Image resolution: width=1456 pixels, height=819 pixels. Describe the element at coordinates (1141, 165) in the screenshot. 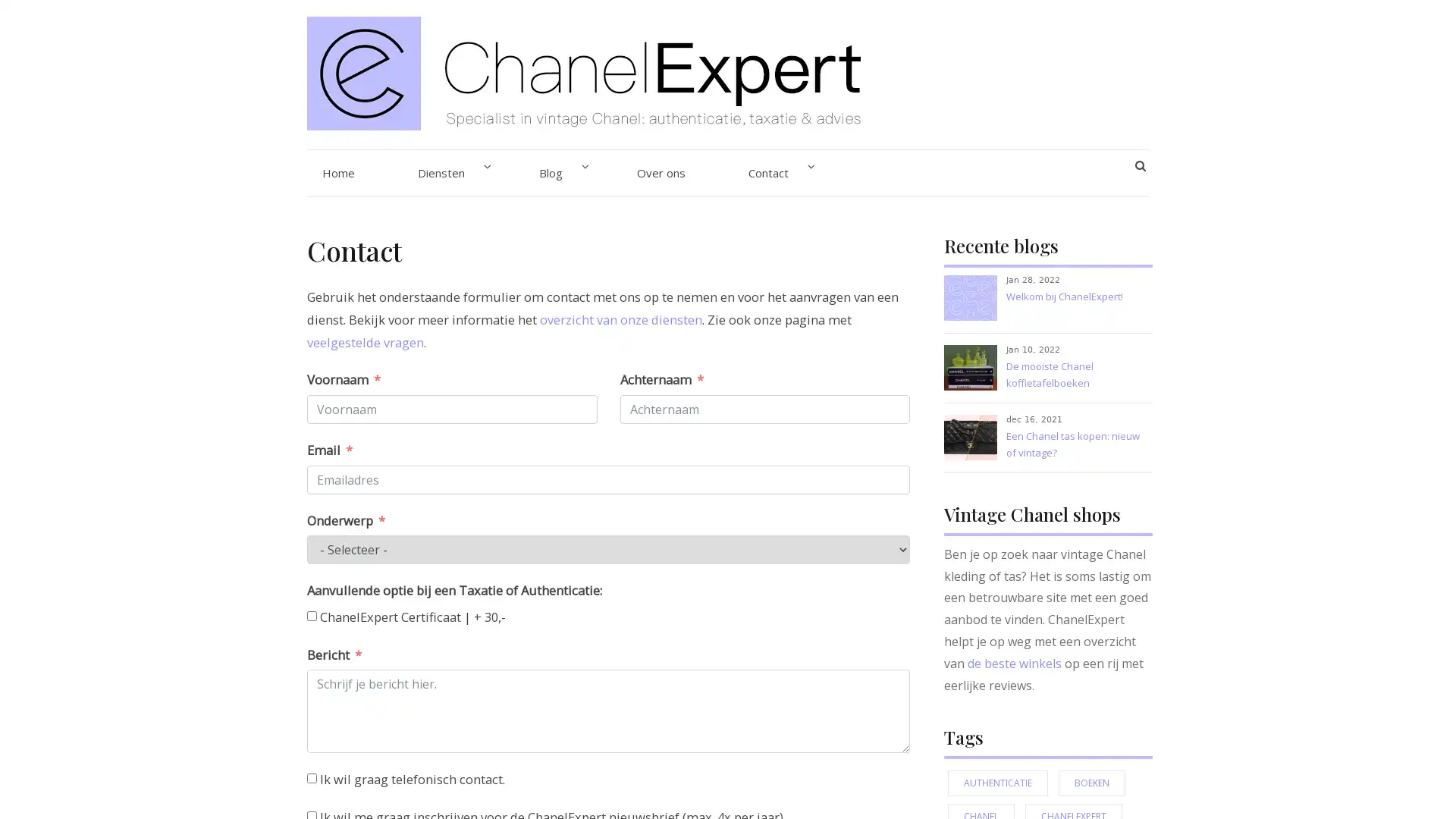

I see `SEARCH BUTTON` at that location.